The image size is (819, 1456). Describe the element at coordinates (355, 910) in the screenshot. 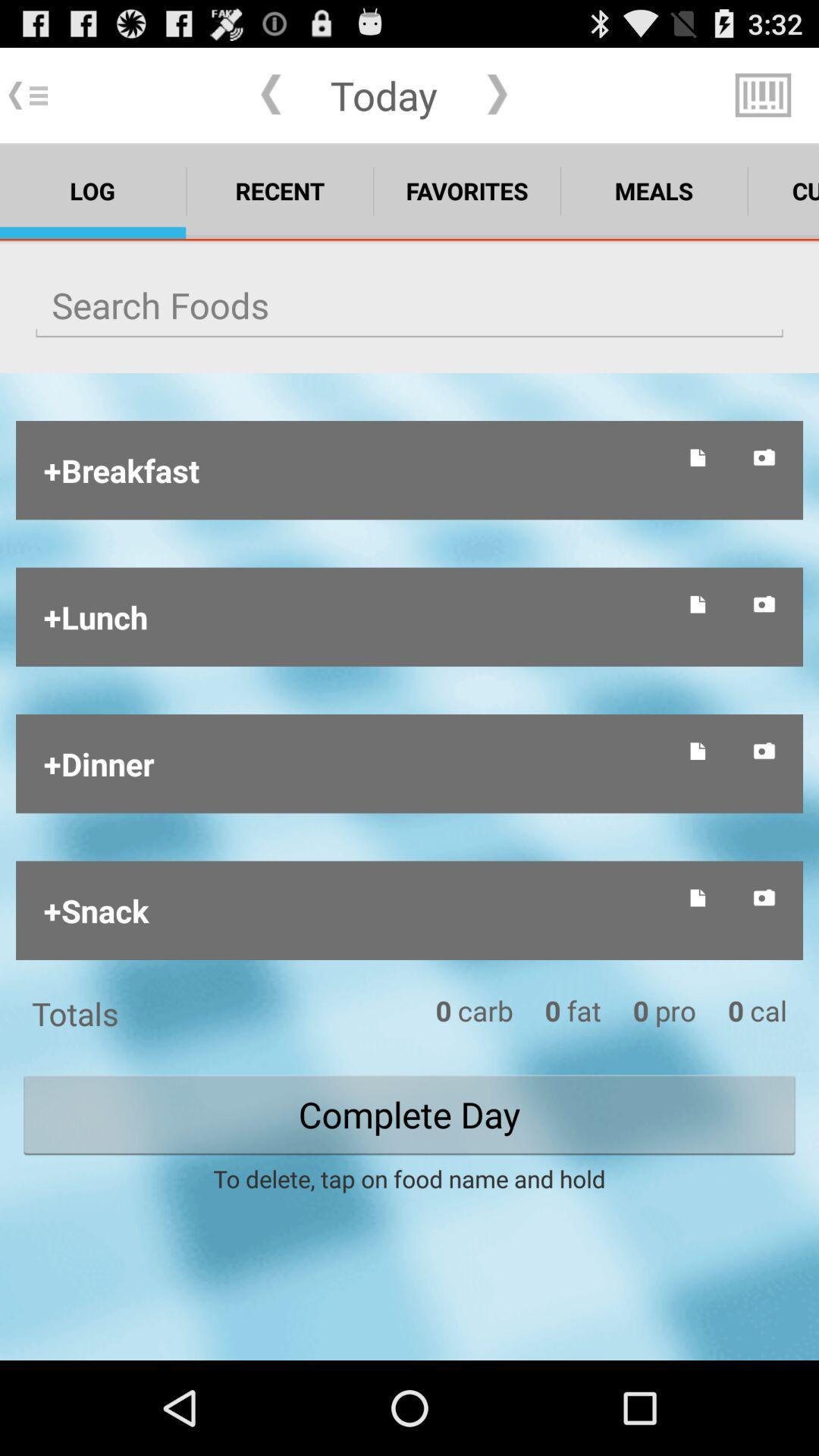

I see `the text which is above the text totals` at that location.